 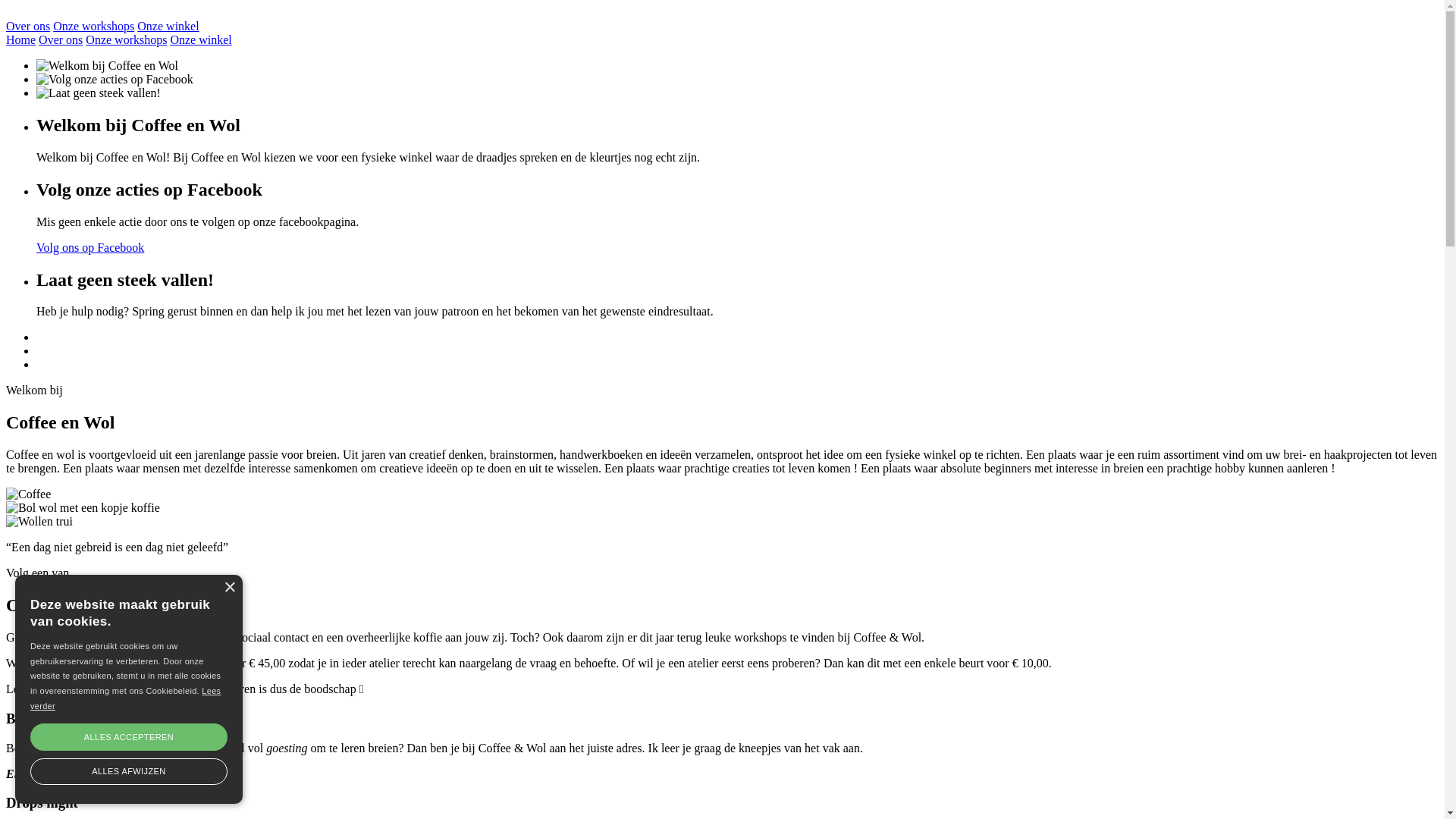 I want to click on 'Onze winkel', so click(x=168, y=26).